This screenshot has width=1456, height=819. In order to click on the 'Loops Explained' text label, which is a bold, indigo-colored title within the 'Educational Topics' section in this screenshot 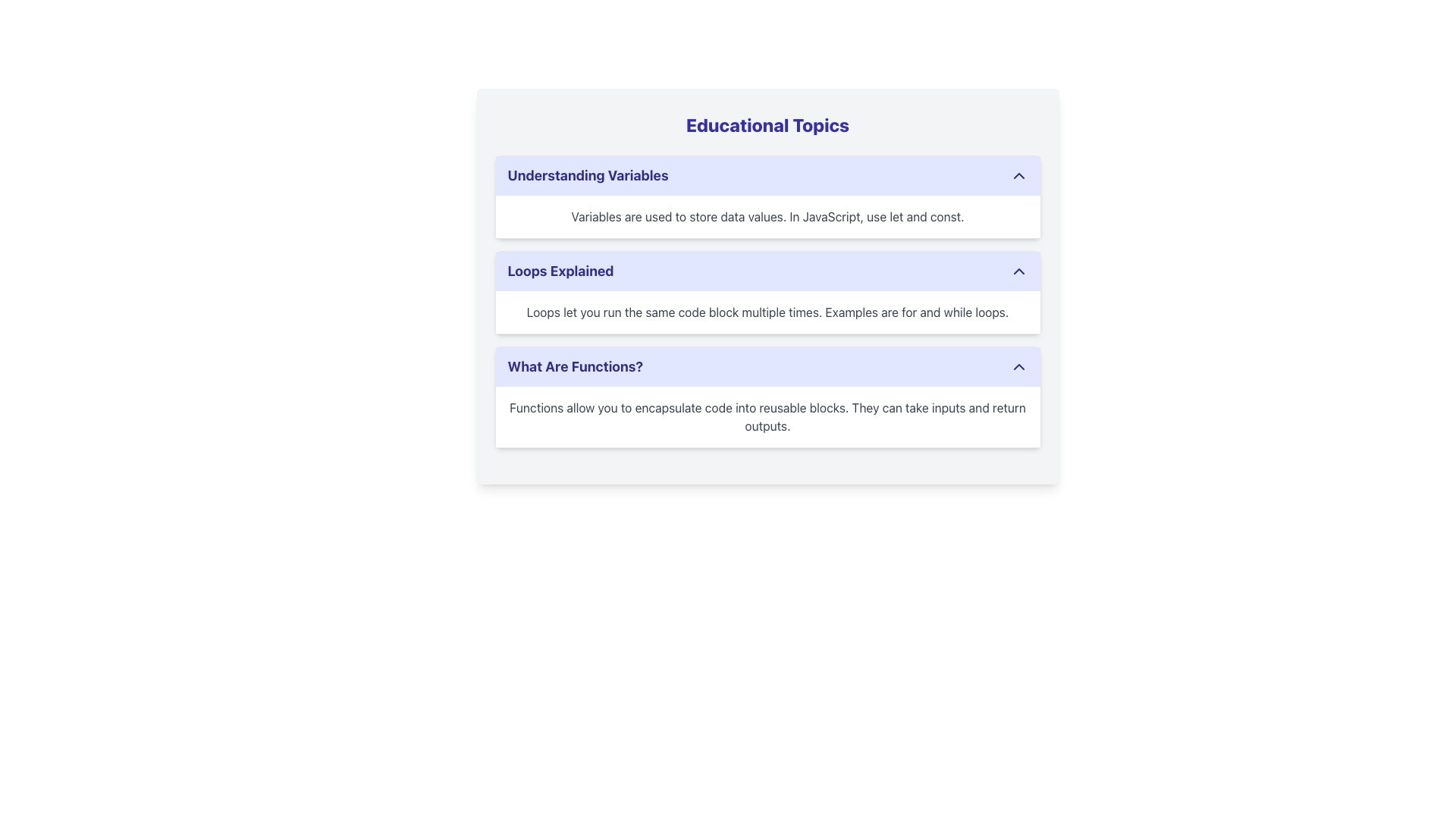, I will do `click(560, 271)`.